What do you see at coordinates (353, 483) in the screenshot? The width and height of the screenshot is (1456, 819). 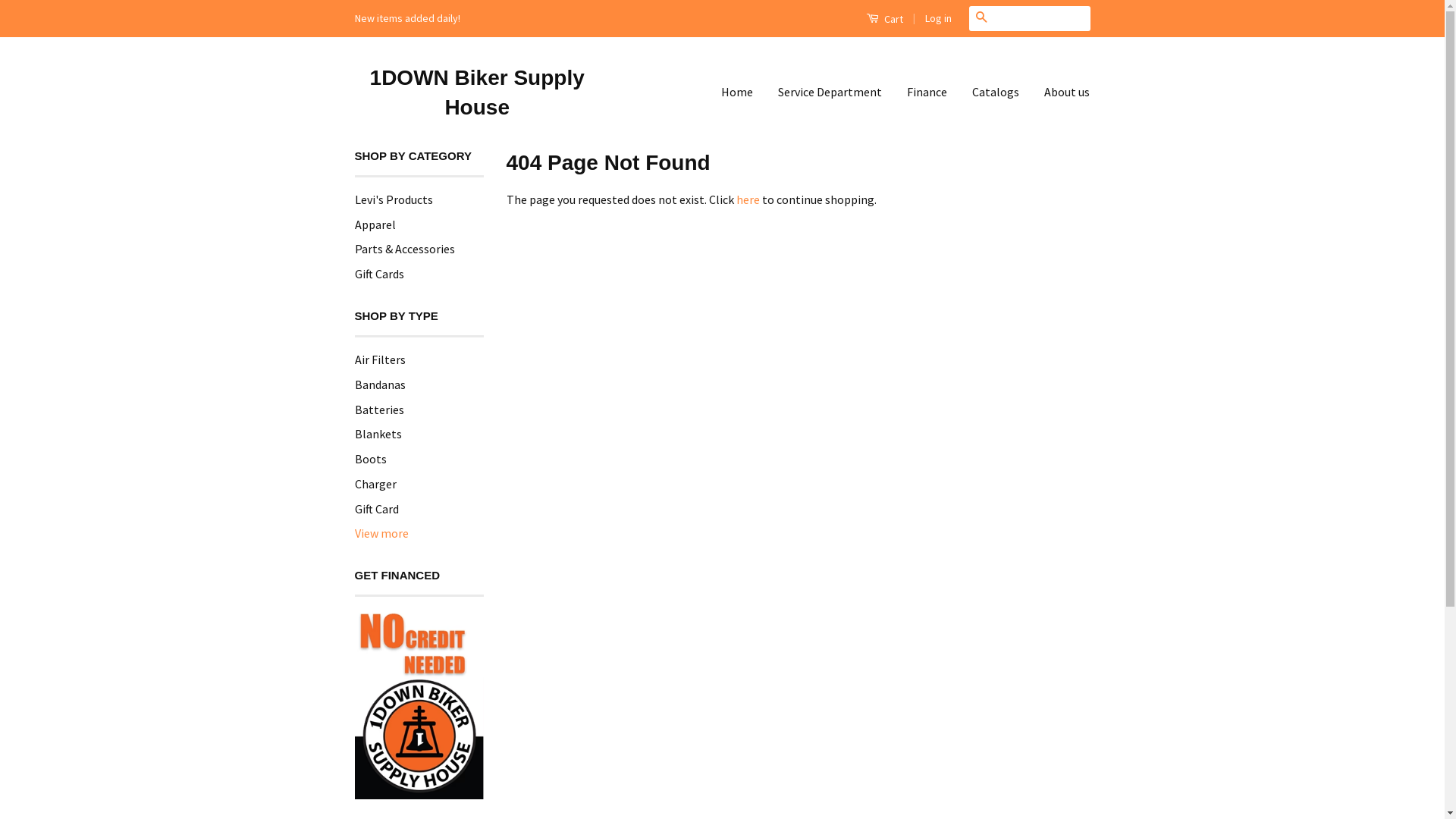 I see `'Charger'` at bounding box center [353, 483].